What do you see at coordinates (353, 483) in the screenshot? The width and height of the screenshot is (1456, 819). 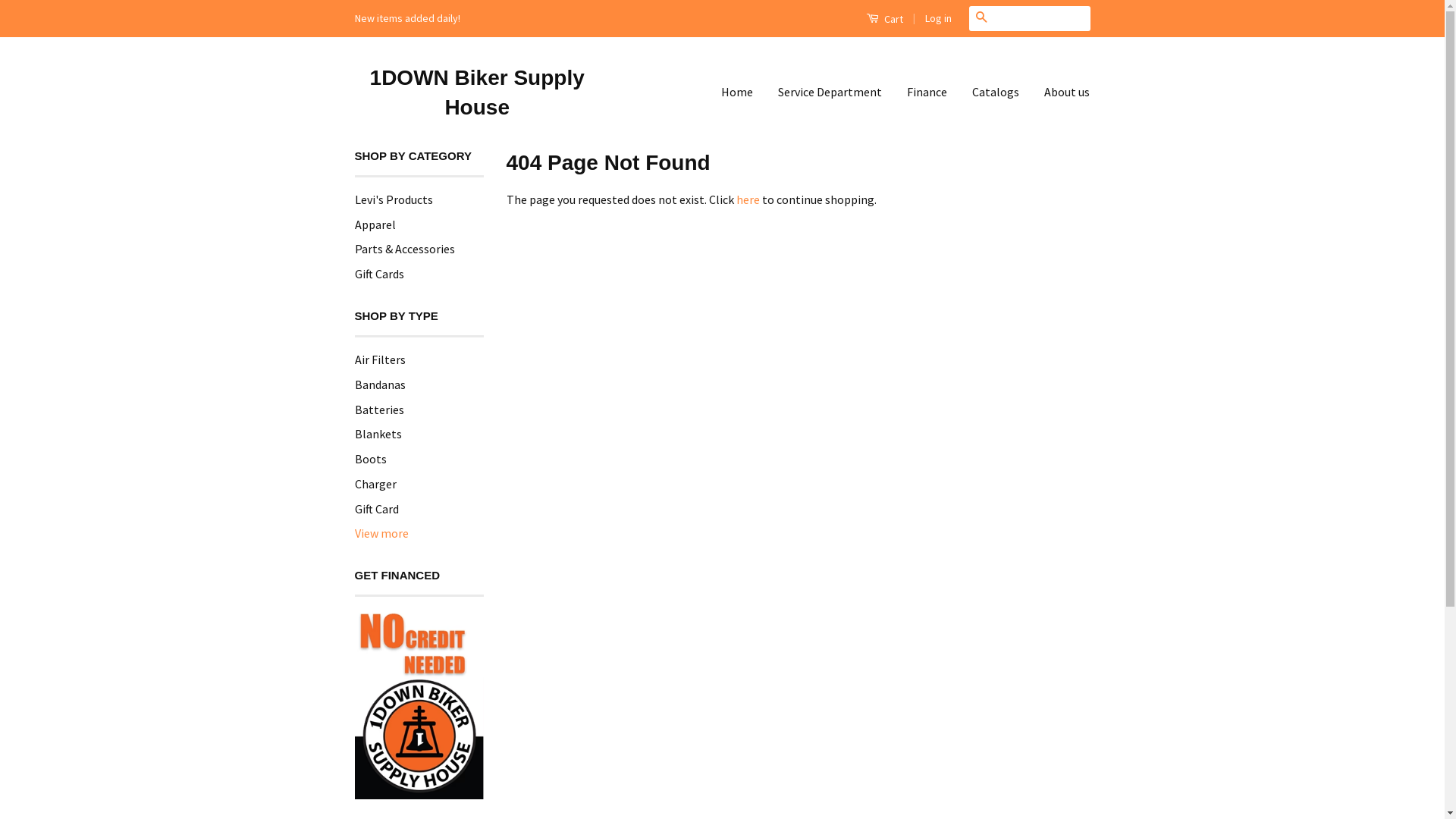 I see `'Charger'` at bounding box center [353, 483].